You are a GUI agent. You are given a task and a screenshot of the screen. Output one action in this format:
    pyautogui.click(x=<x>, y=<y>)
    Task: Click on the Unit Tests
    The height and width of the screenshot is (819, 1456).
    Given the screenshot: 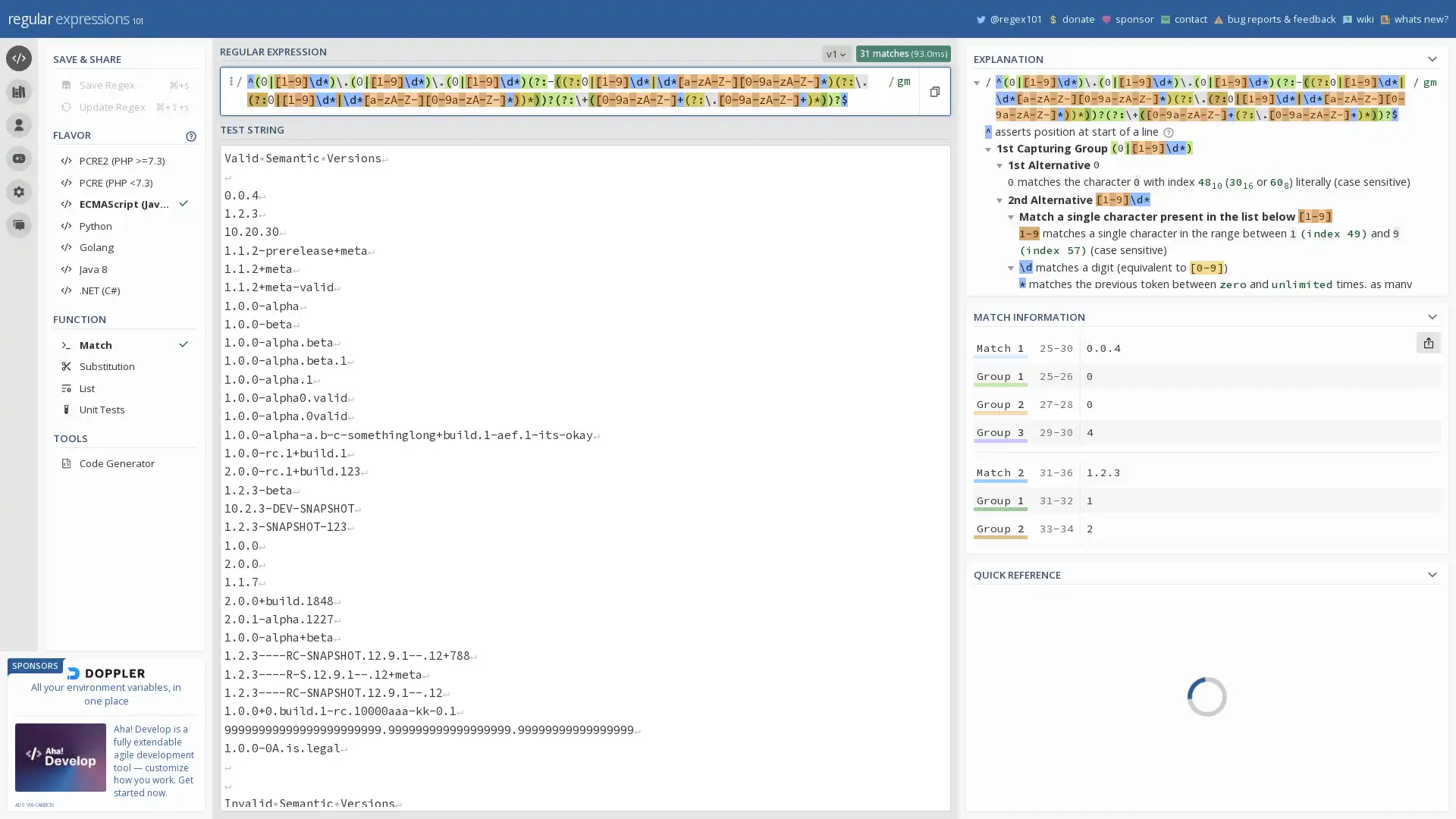 What is the action you would take?
    pyautogui.click(x=124, y=409)
    